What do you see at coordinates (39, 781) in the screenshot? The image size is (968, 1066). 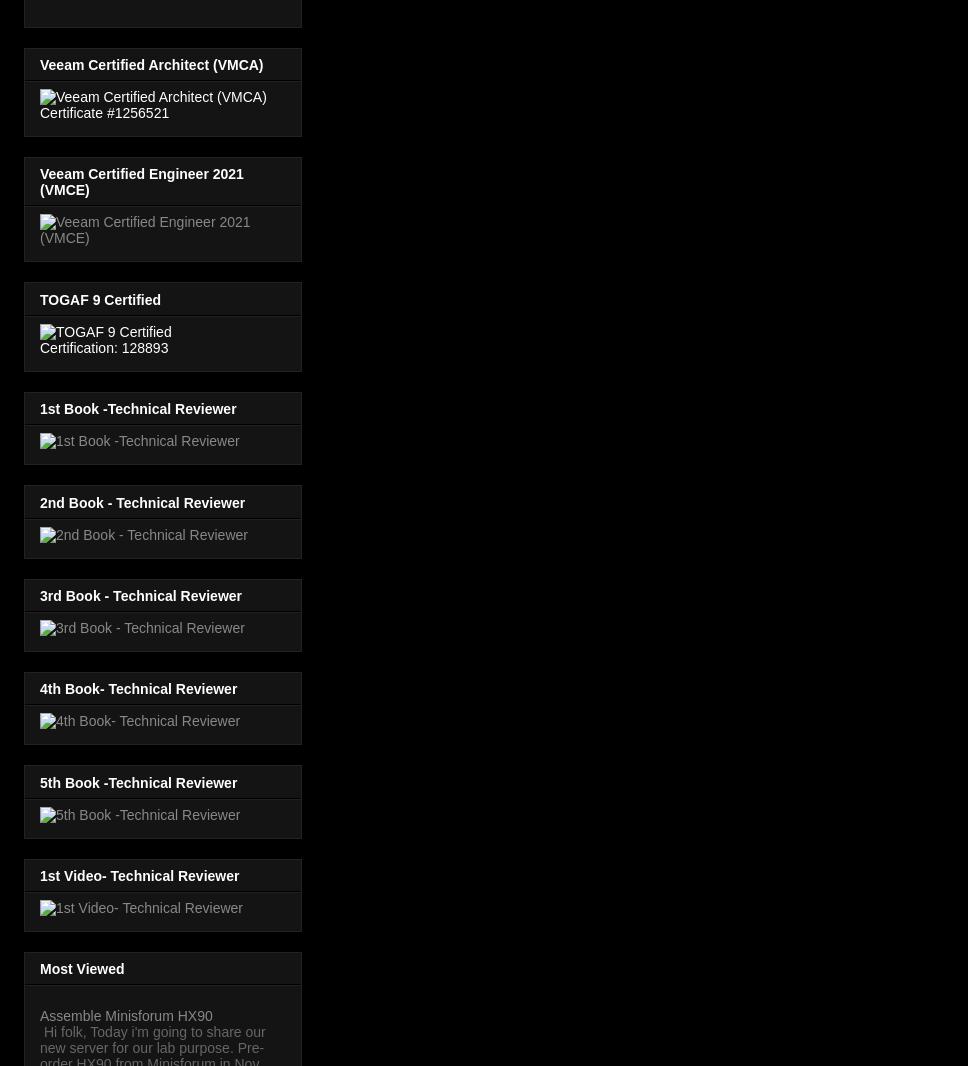 I see `'5th Book -Technical Reviewer'` at bounding box center [39, 781].